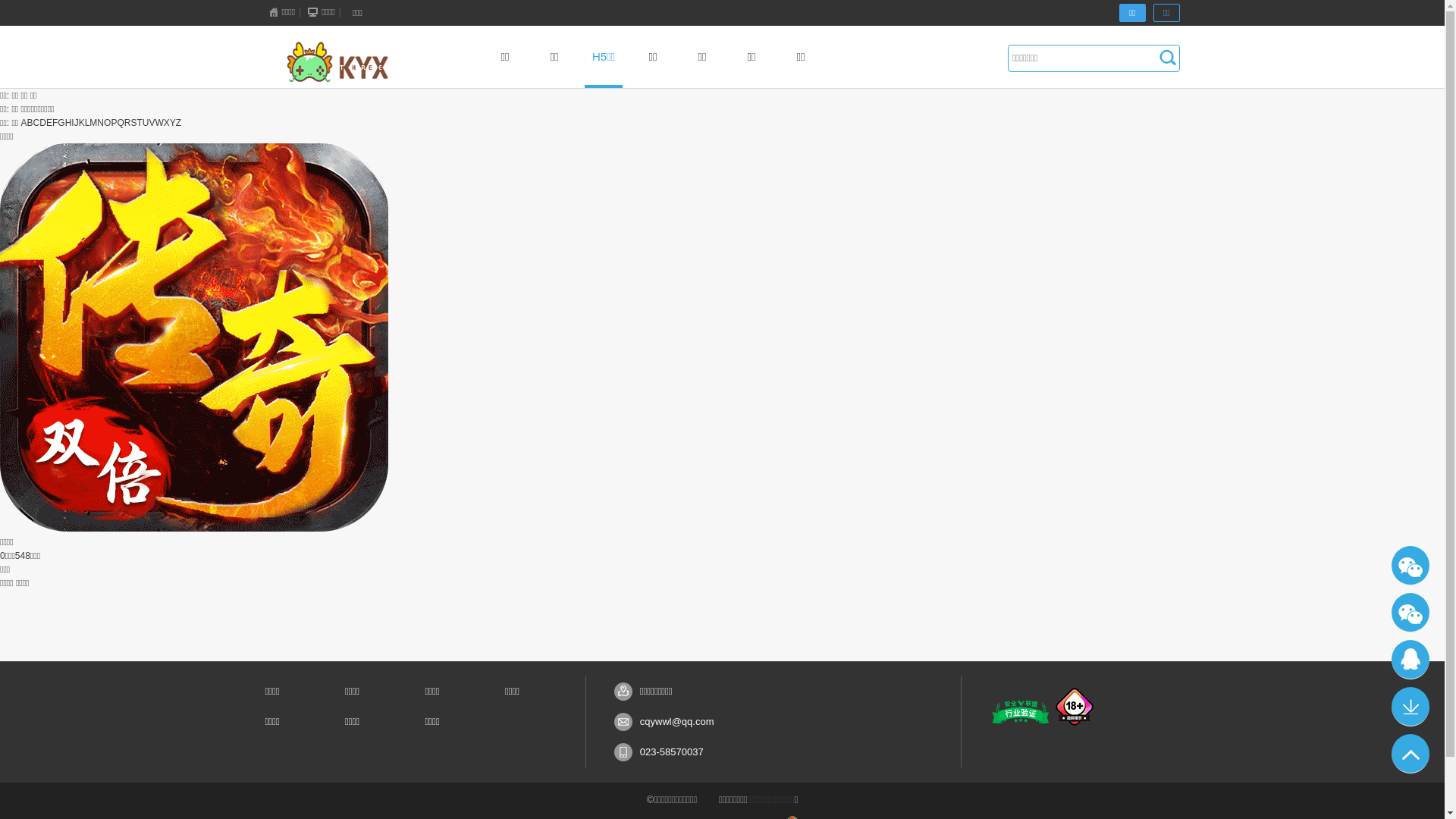  Describe the element at coordinates (158, 122) in the screenshot. I see `'W'` at that location.